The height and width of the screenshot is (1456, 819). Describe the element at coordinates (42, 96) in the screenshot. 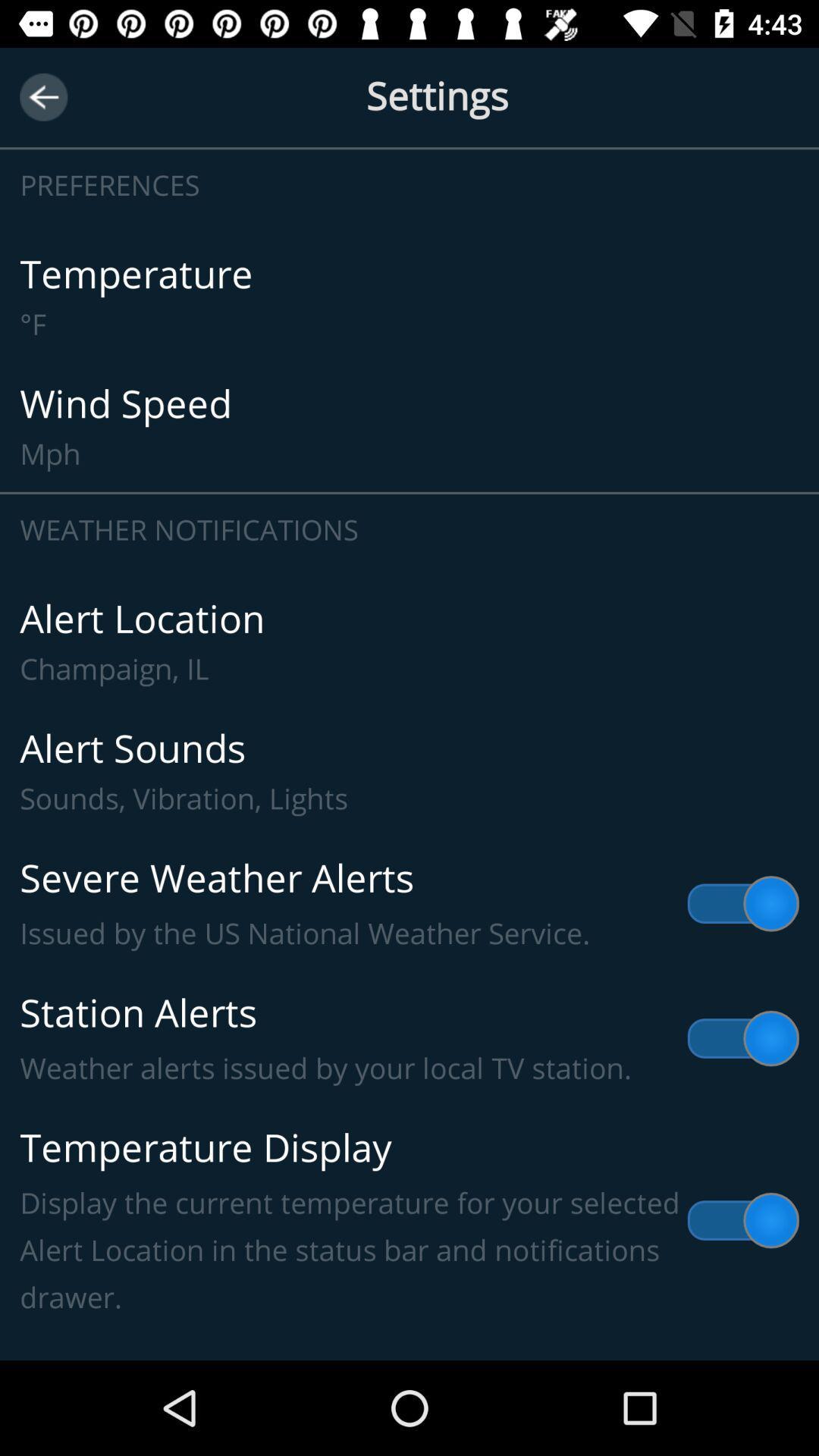

I see `bake button` at that location.